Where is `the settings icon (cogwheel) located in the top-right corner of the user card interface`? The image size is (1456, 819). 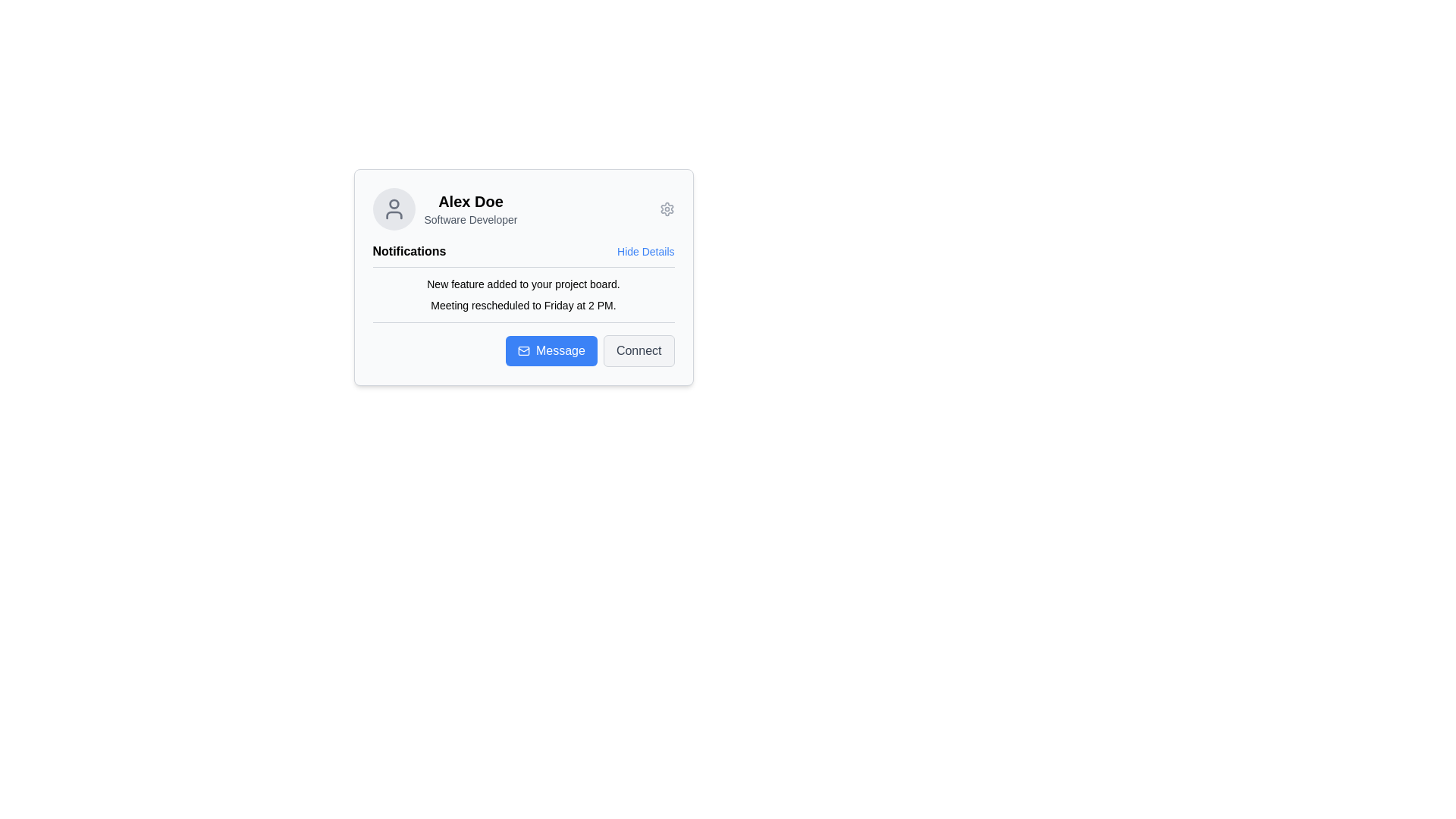
the settings icon (cogwheel) located in the top-right corner of the user card interface is located at coordinates (667, 209).